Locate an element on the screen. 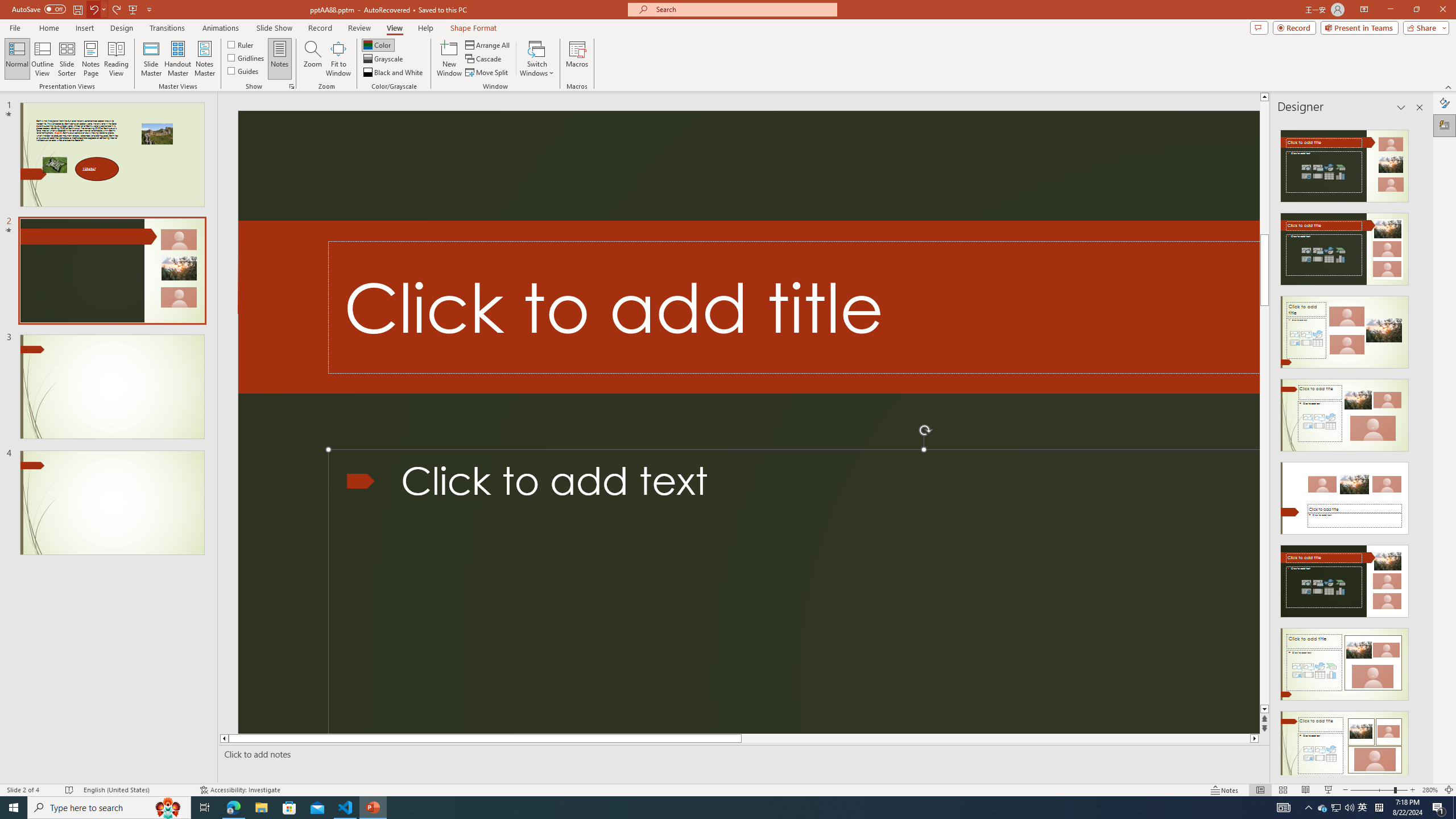 This screenshot has width=1456, height=819. 'Arrange All' is located at coordinates (487, 44).